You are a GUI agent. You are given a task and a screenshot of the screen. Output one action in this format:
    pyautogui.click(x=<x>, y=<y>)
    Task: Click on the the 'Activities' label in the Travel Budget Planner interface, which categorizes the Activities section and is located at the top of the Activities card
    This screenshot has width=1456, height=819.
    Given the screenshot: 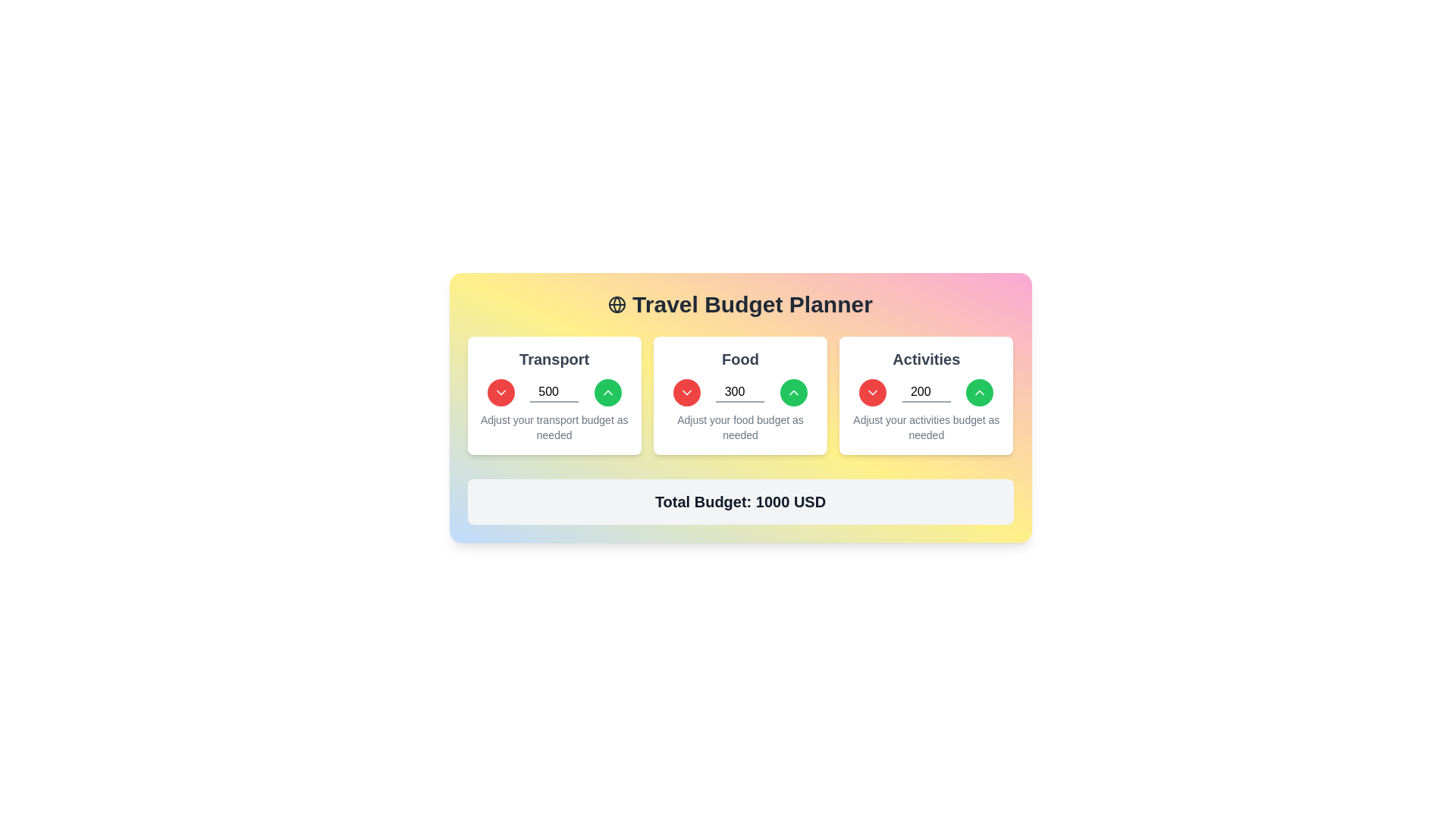 What is the action you would take?
    pyautogui.click(x=925, y=359)
    